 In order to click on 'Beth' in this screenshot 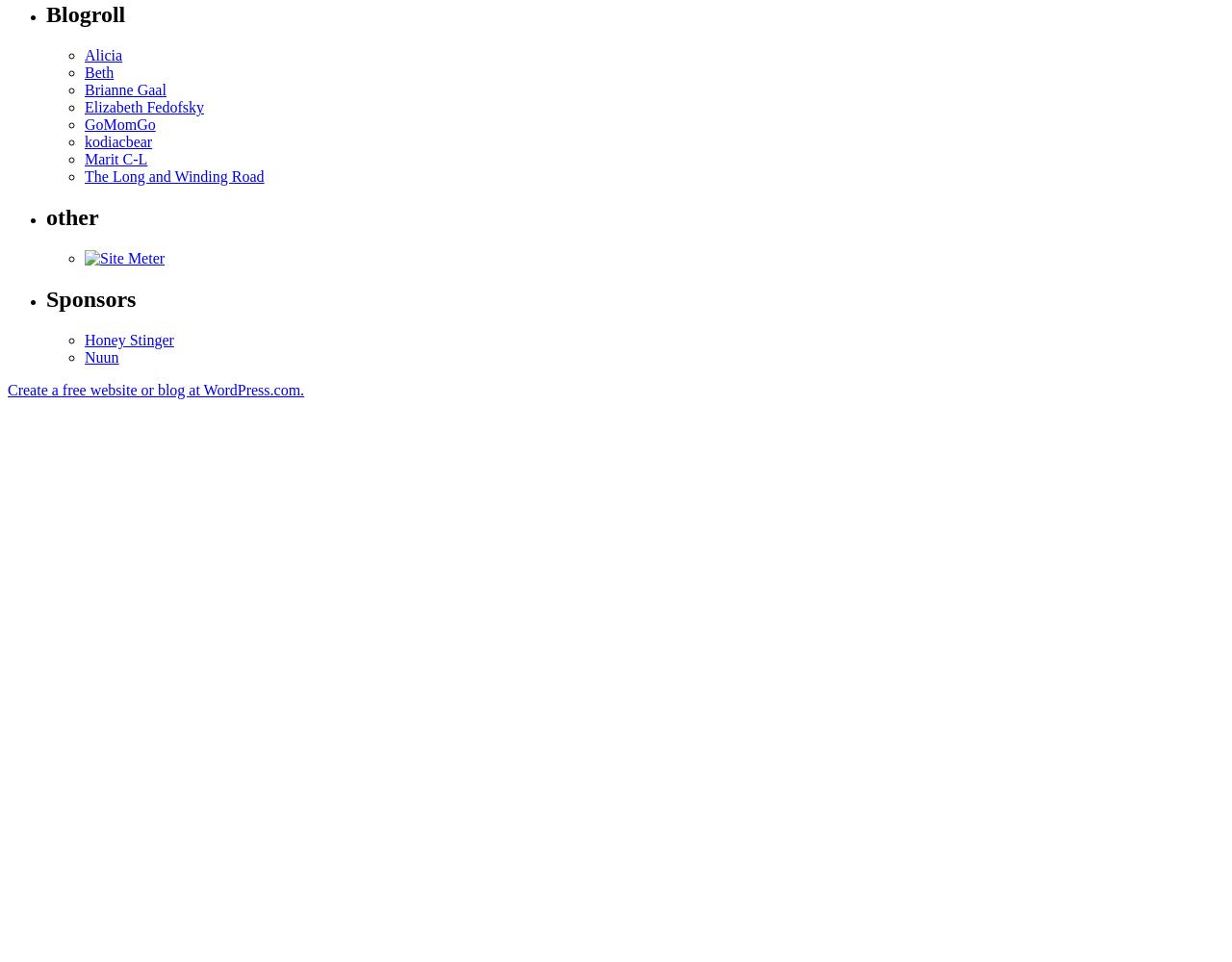, I will do `click(98, 71)`.